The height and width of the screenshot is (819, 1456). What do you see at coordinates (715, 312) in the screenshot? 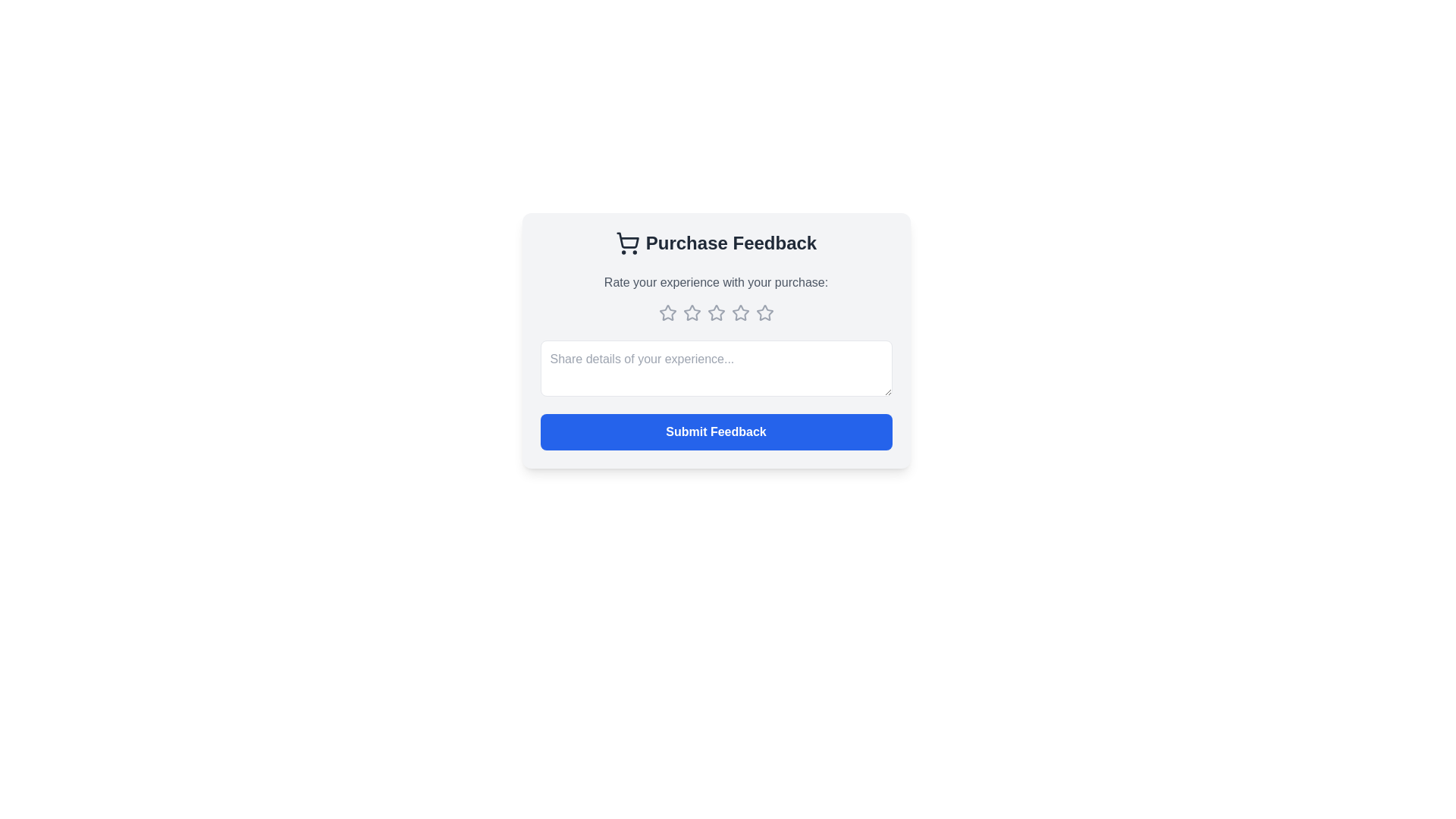
I see `the third star icon in the five-star rating system` at bounding box center [715, 312].